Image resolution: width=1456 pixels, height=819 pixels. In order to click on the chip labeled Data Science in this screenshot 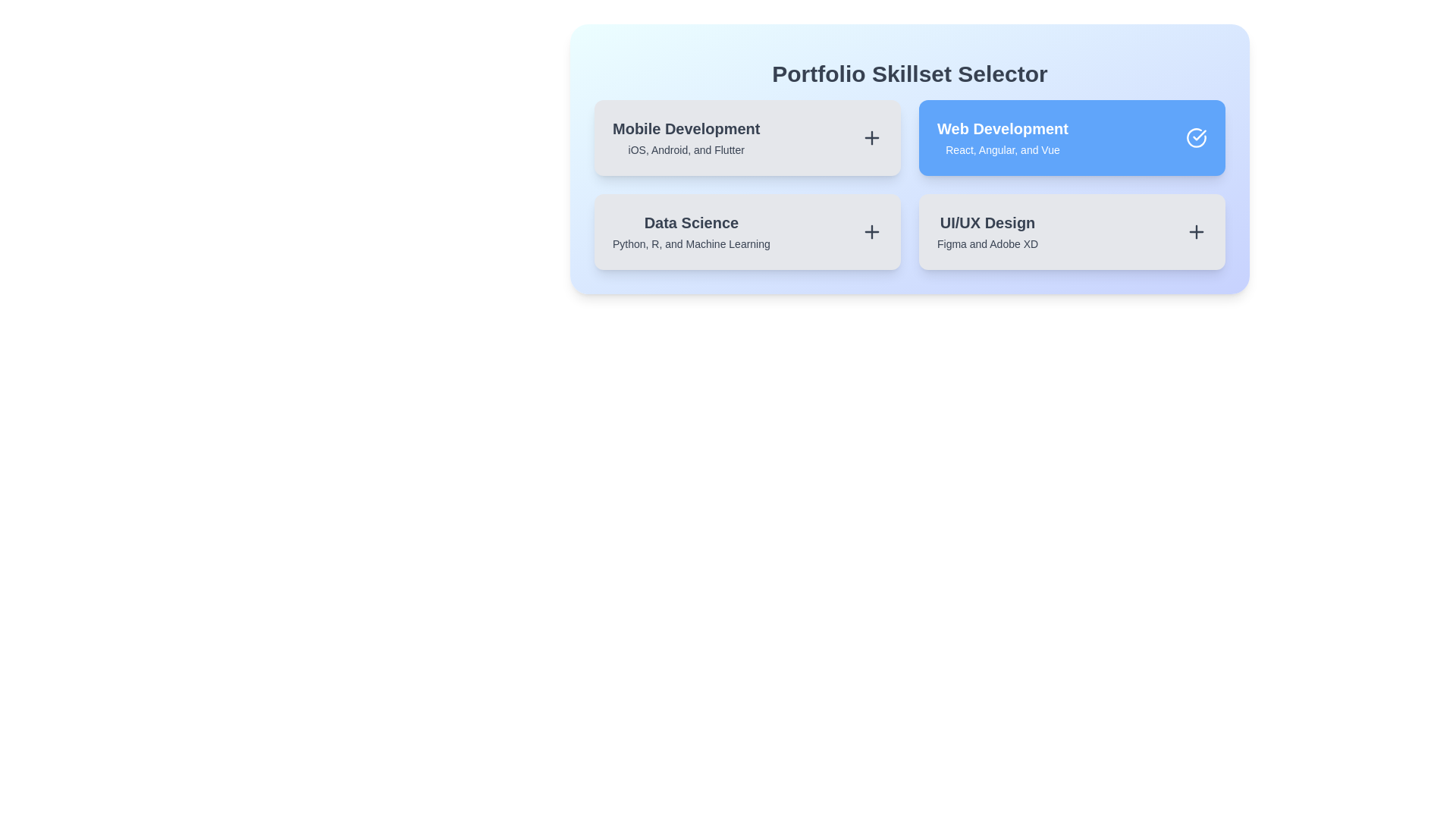, I will do `click(747, 231)`.